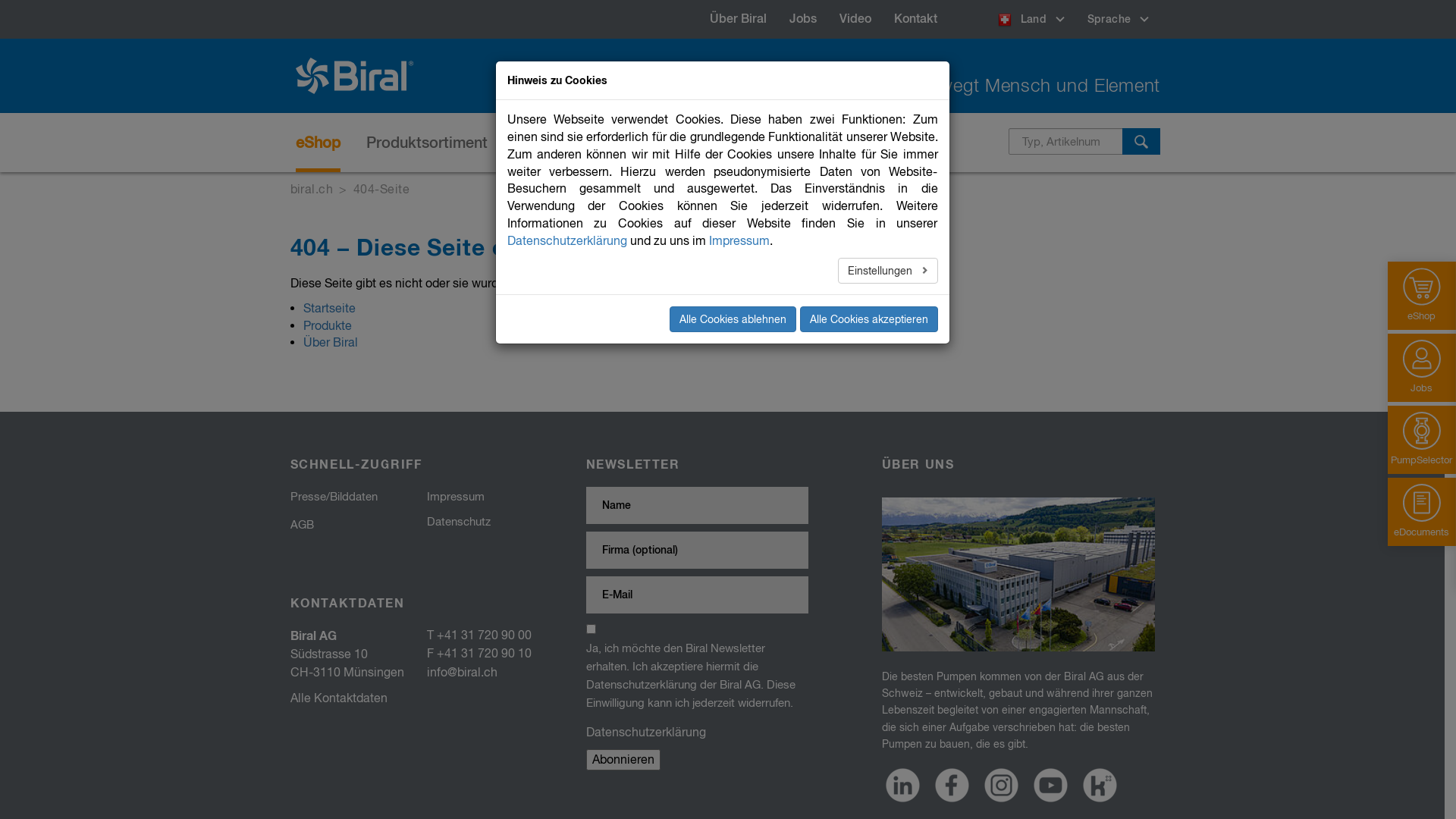  I want to click on 'Impressum', so click(454, 497).